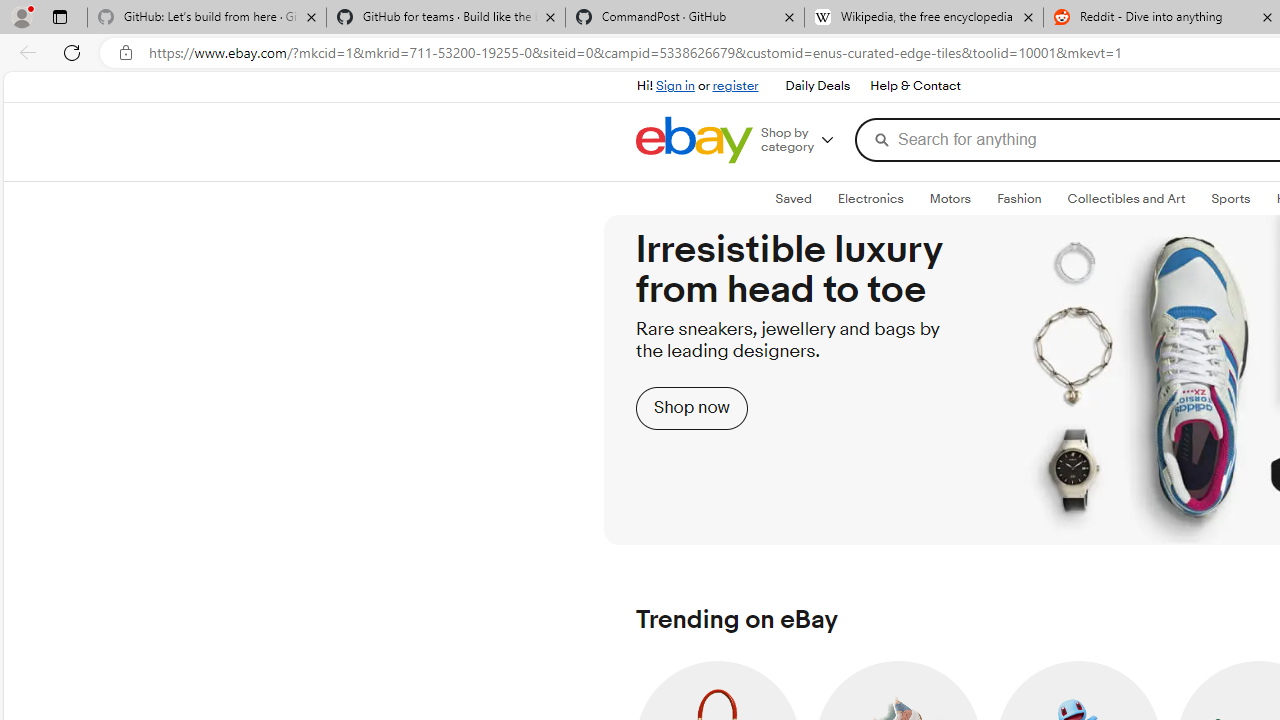 The width and height of the screenshot is (1280, 720). I want to click on 'Collectibles and Art', so click(1127, 199).